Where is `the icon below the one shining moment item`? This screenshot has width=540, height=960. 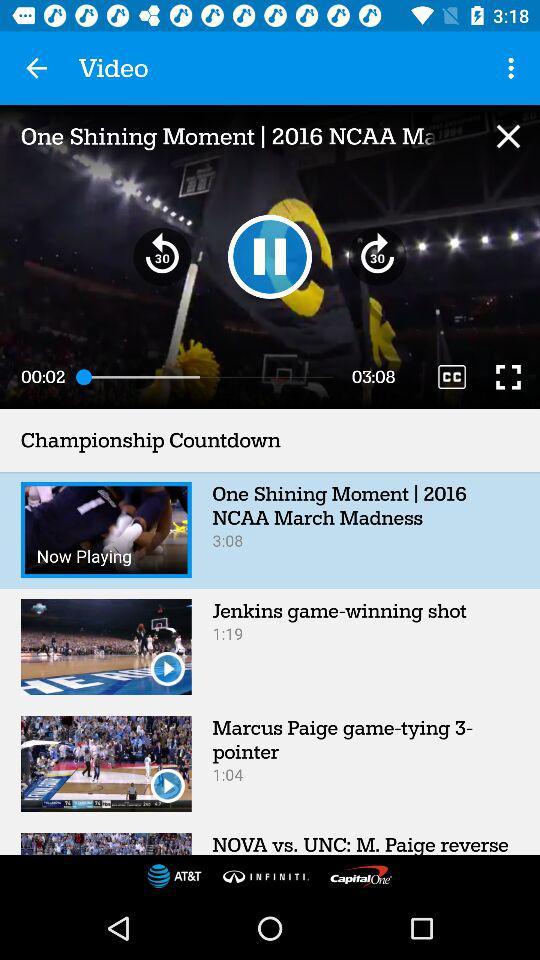
the icon below the one shining moment item is located at coordinates (452, 376).